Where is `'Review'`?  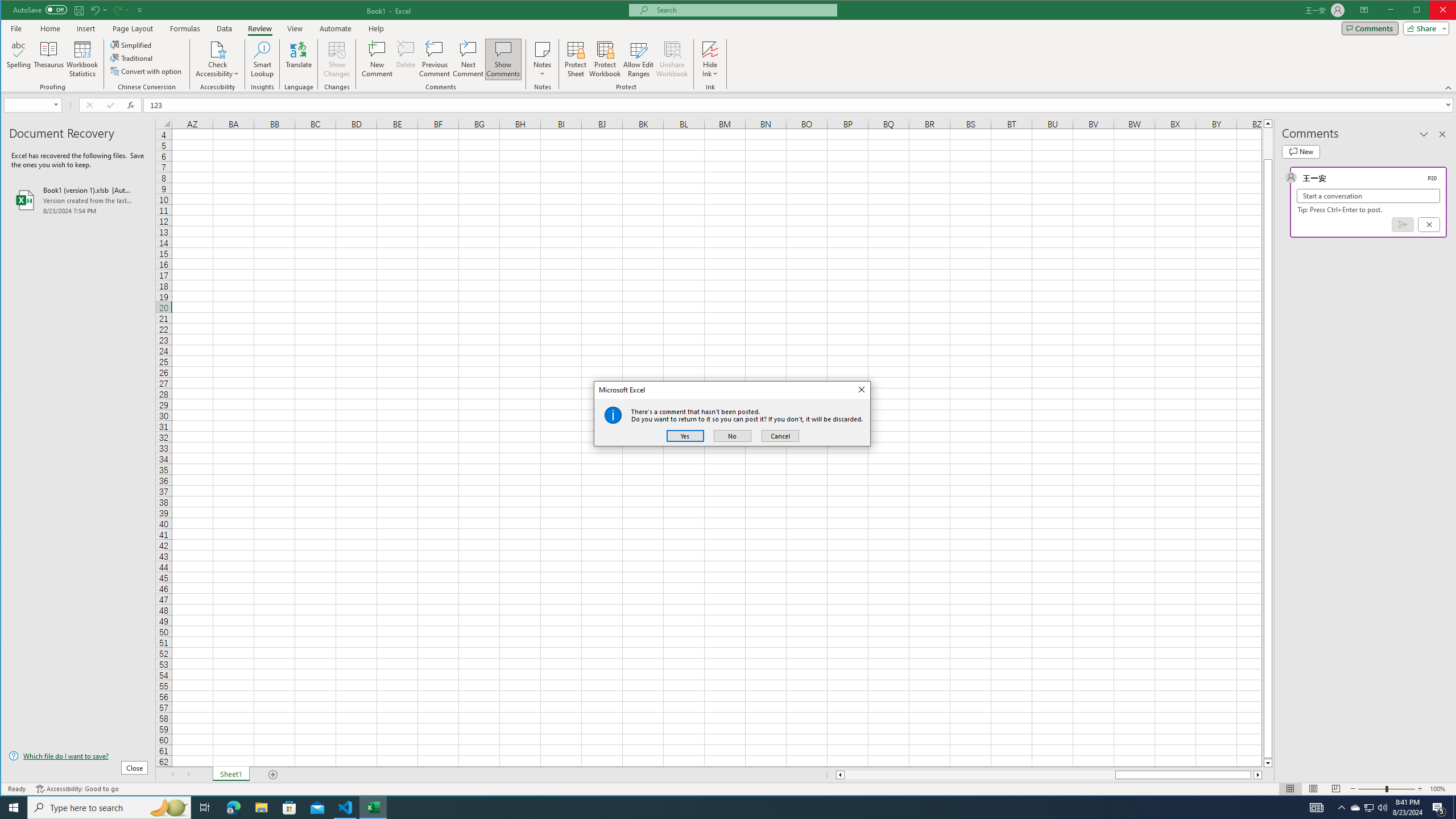
'Review' is located at coordinates (259, 28).